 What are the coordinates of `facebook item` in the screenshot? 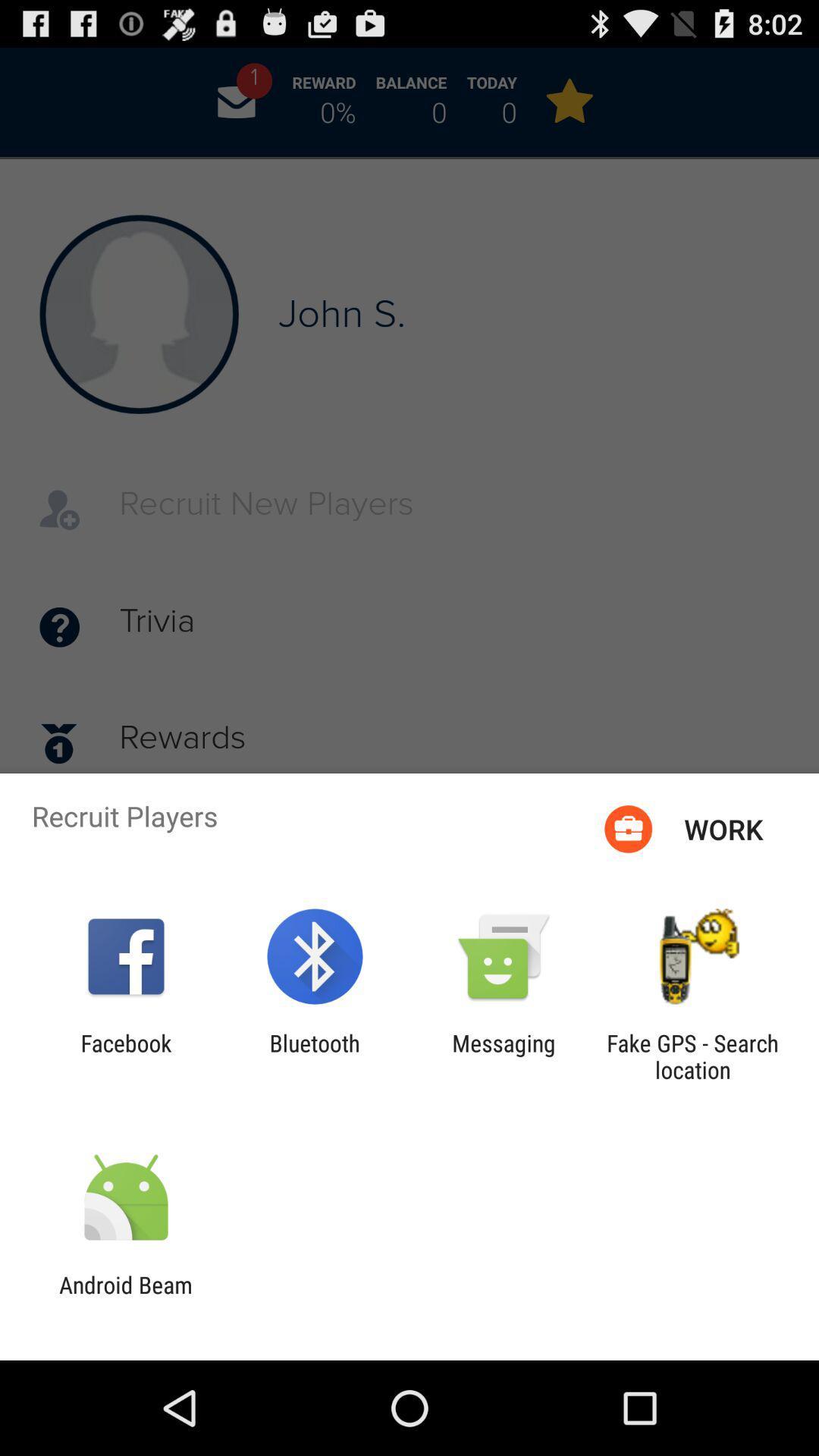 It's located at (125, 1056).